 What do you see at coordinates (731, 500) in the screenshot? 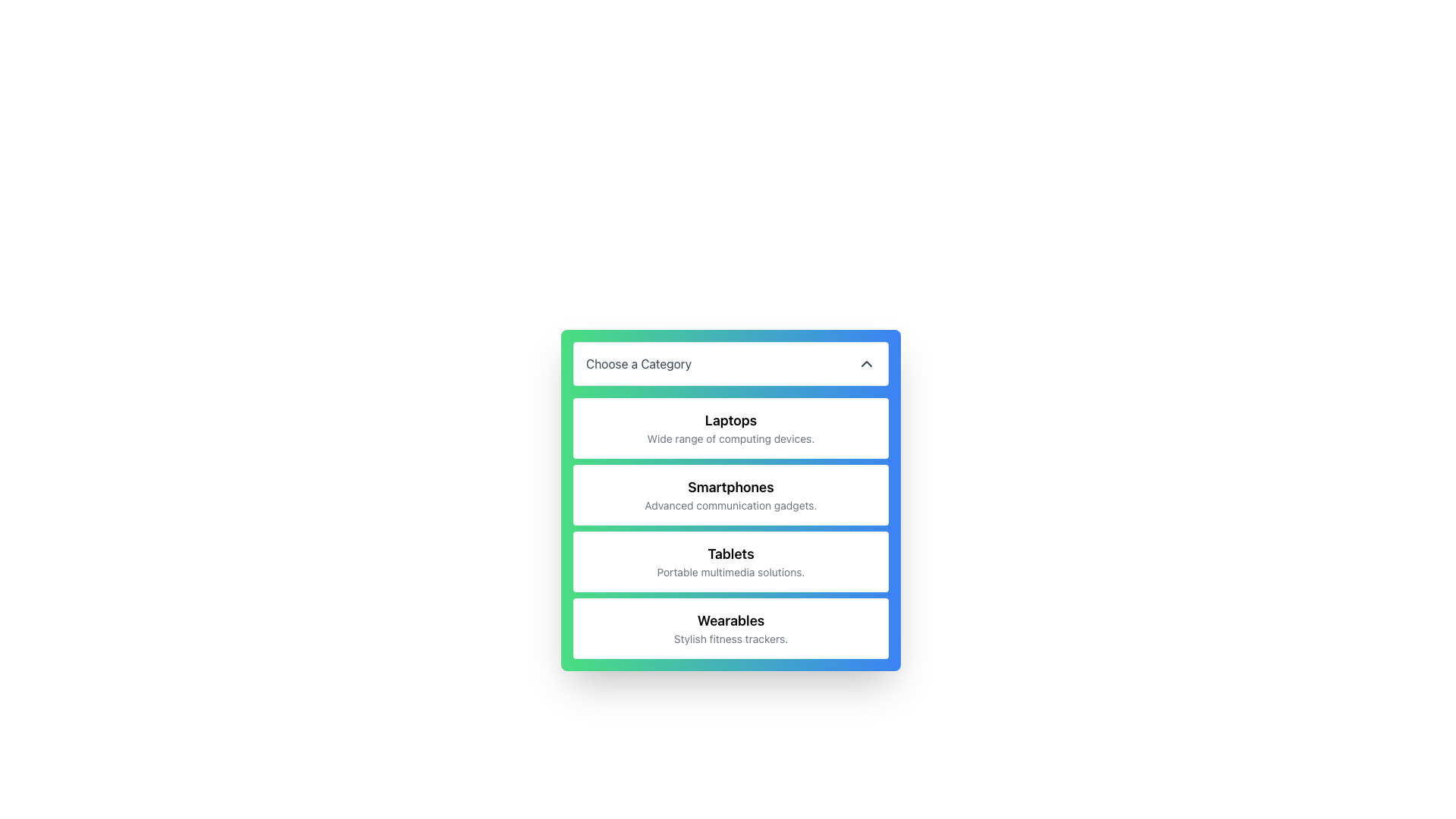
I see `the 'Smartphones' text within the gradient-styled list item that includes a title 'Choose a Category' and is the second block in a vertical list of options` at bounding box center [731, 500].